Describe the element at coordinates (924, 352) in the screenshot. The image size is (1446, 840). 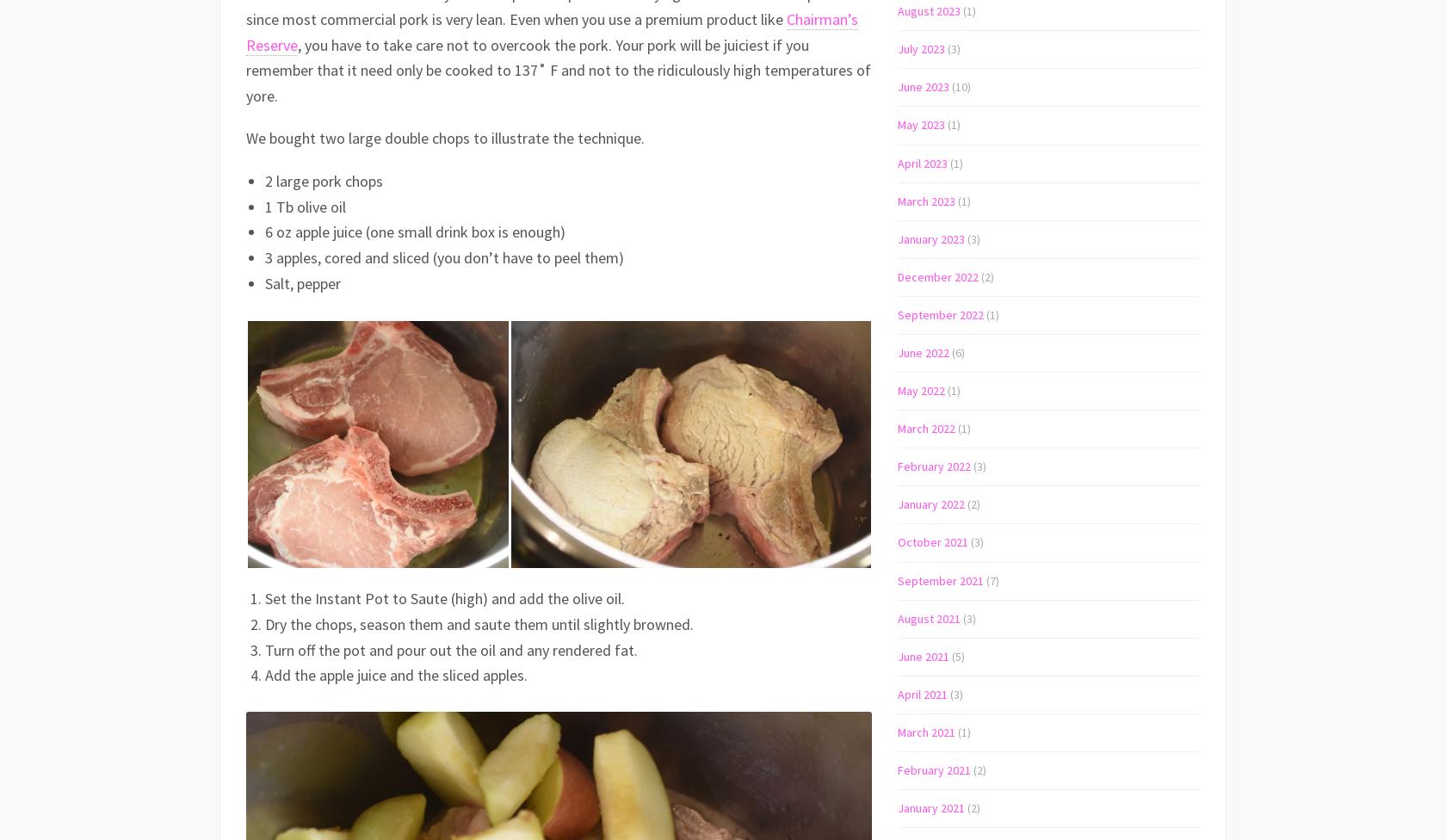
I see `'June 2022'` at that location.